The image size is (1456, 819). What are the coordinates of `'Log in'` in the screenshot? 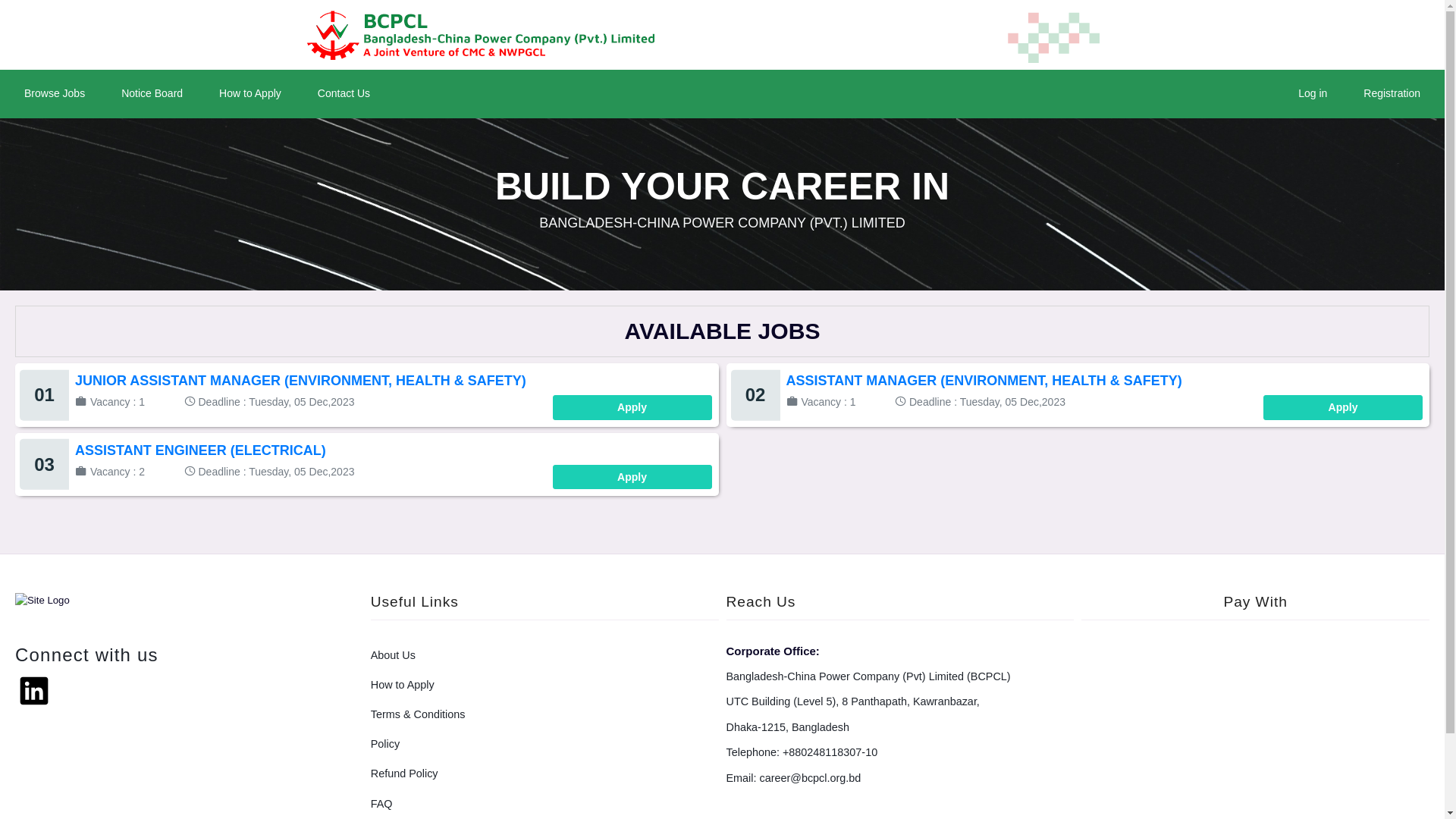 It's located at (1312, 93).